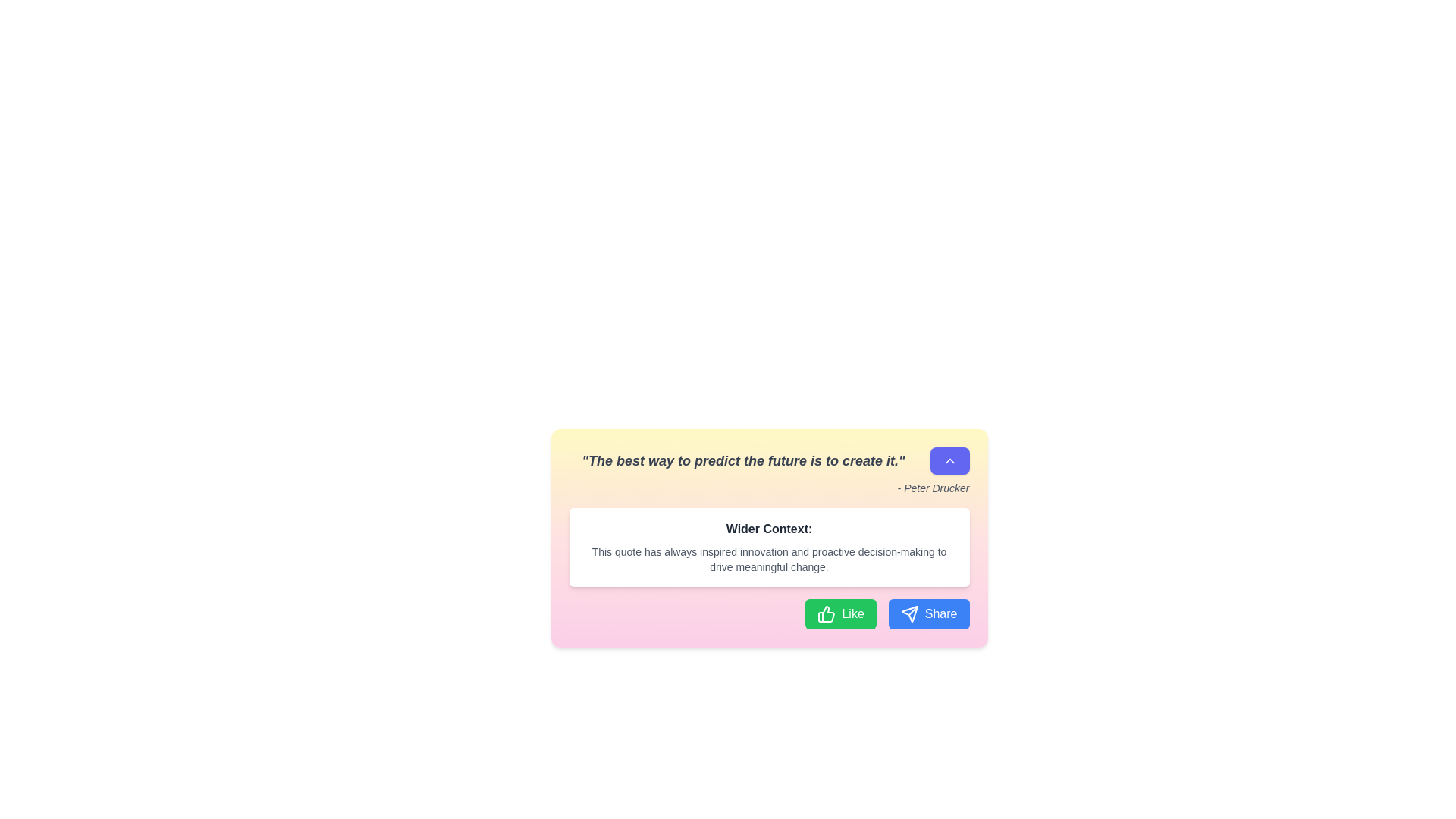 Image resolution: width=1456 pixels, height=819 pixels. I want to click on the thumbs-up icon button that represents liking content, located at the bottom of the card-like structure, so click(826, 614).